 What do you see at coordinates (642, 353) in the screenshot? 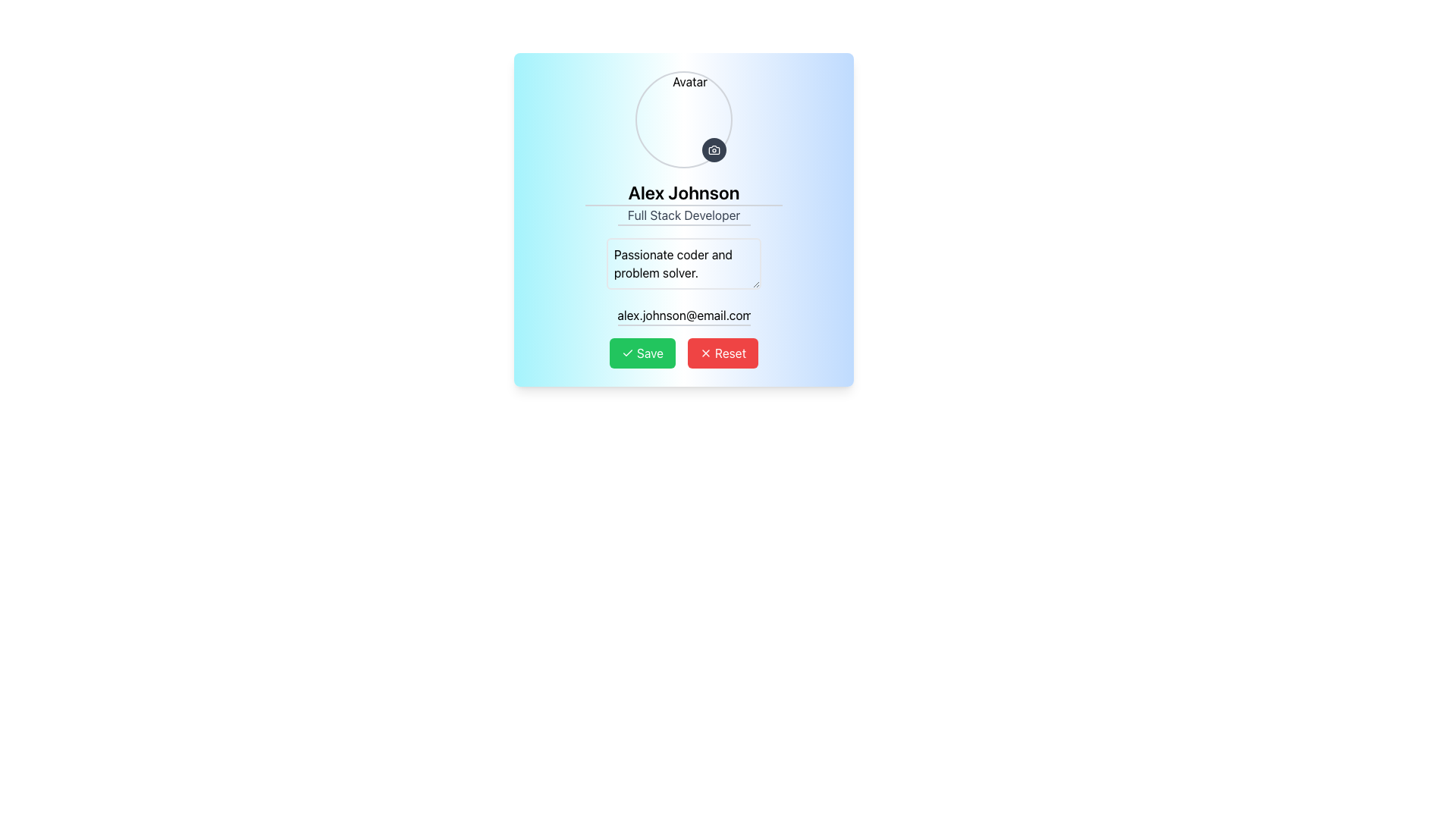
I see `the green rectangular 'Save' button with a checkmark icon` at bounding box center [642, 353].